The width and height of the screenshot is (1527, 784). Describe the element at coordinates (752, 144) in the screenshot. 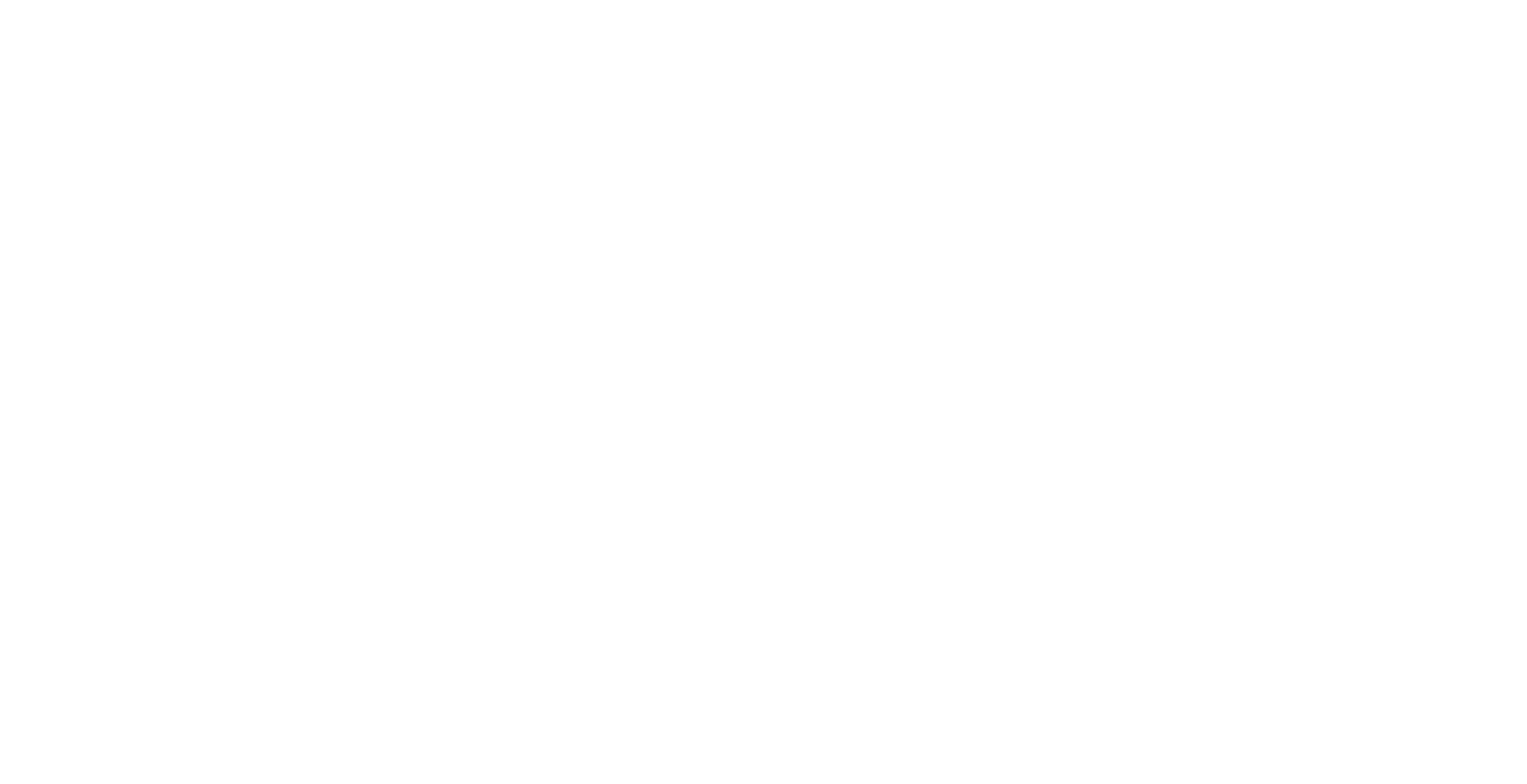

I see `'Eat & Drink'` at that location.